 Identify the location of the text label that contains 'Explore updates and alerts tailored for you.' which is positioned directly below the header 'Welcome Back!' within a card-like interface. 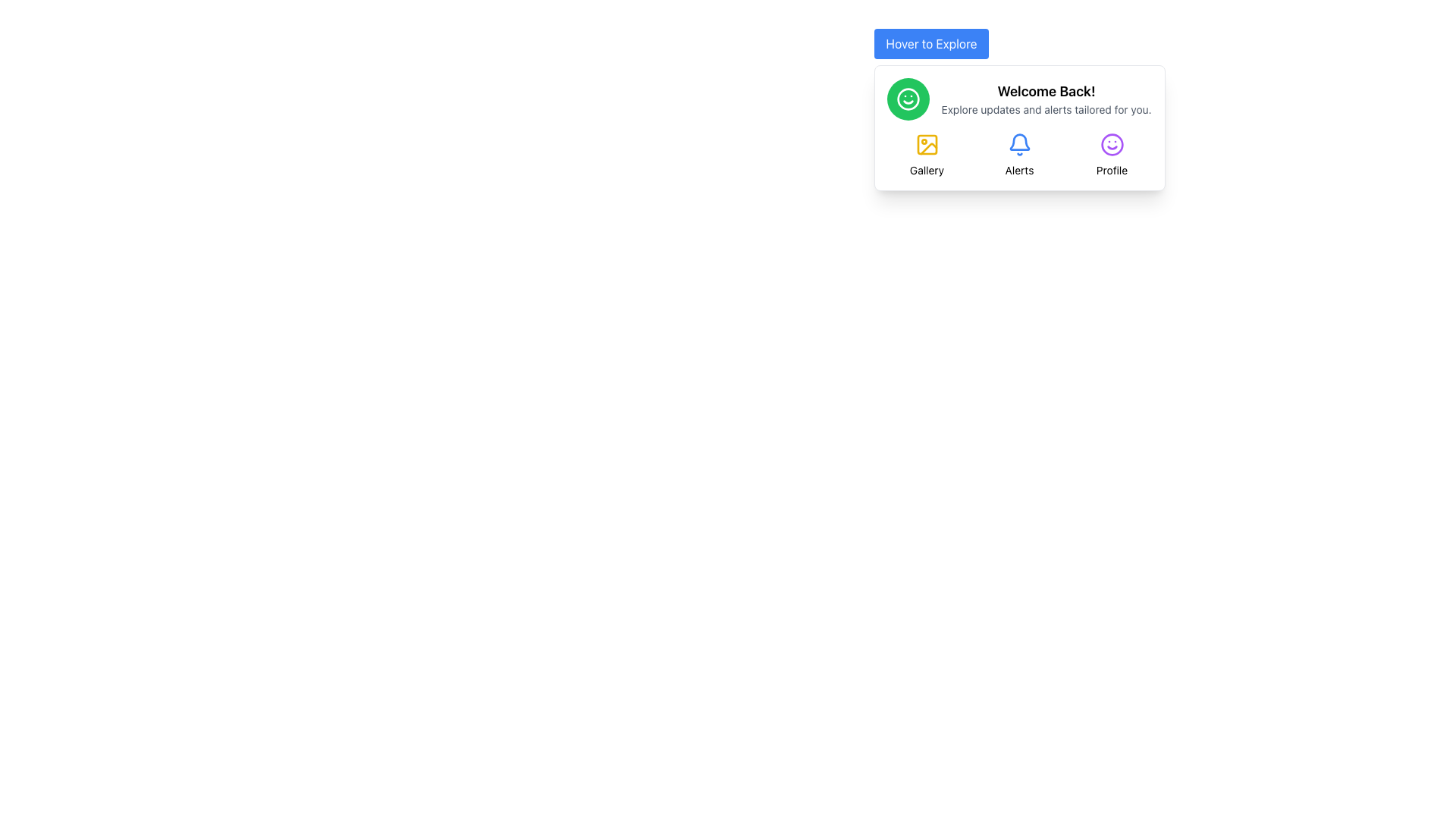
(1046, 109).